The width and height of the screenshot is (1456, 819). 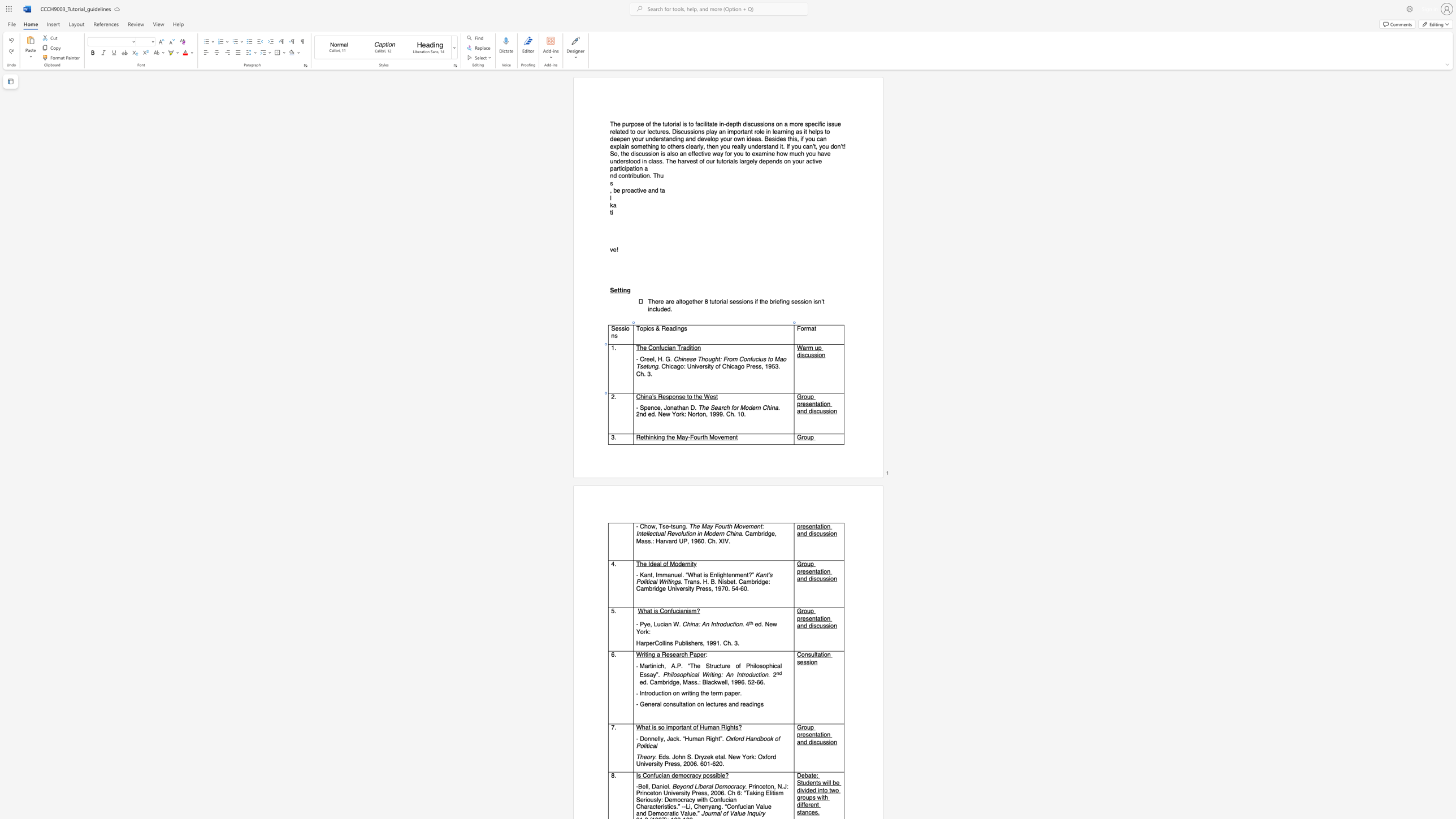 What do you see at coordinates (653, 359) in the screenshot?
I see `the 1th character "l" in the text` at bounding box center [653, 359].